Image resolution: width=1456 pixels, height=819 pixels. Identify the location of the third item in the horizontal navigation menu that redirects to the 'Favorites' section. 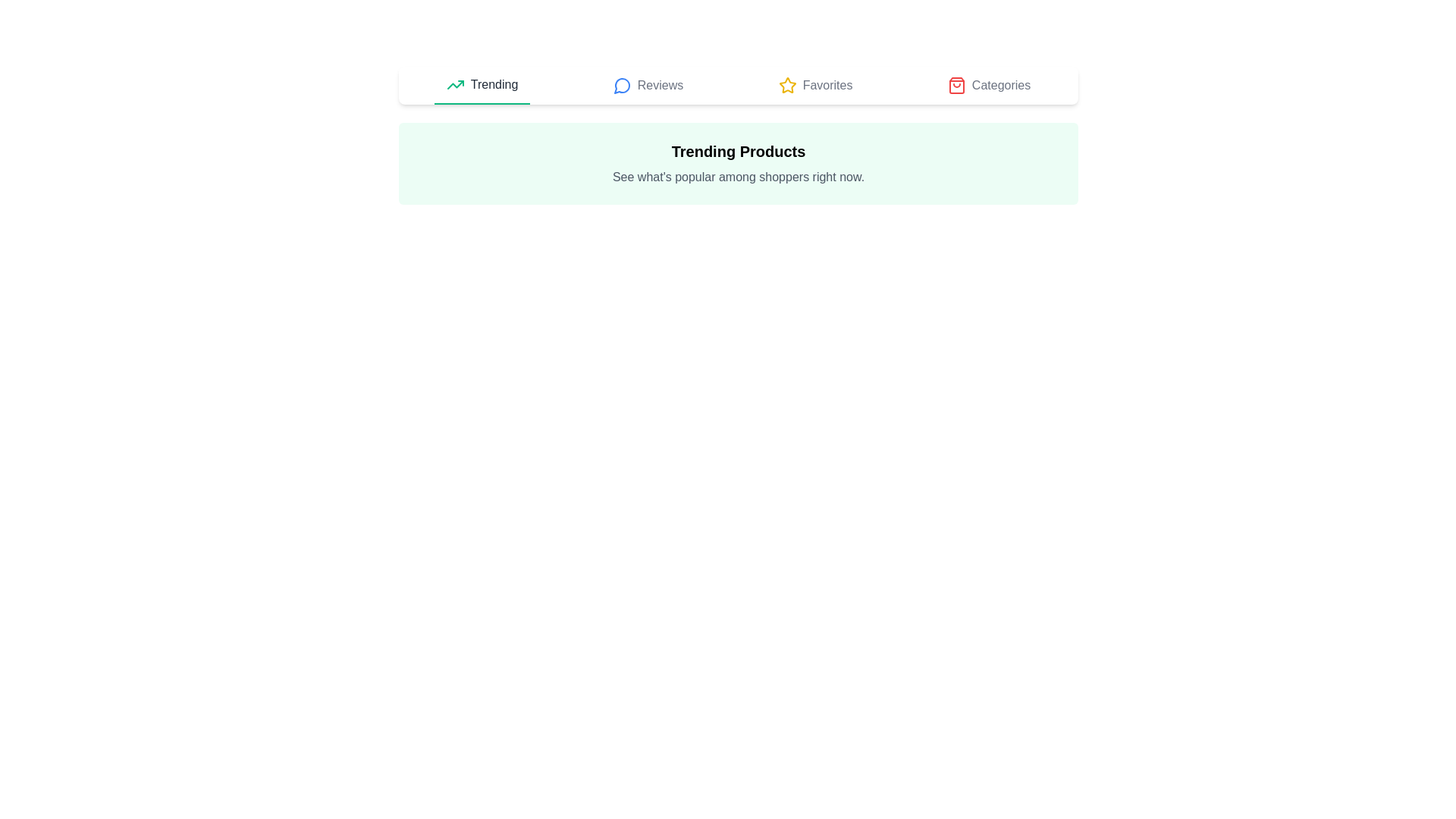
(814, 85).